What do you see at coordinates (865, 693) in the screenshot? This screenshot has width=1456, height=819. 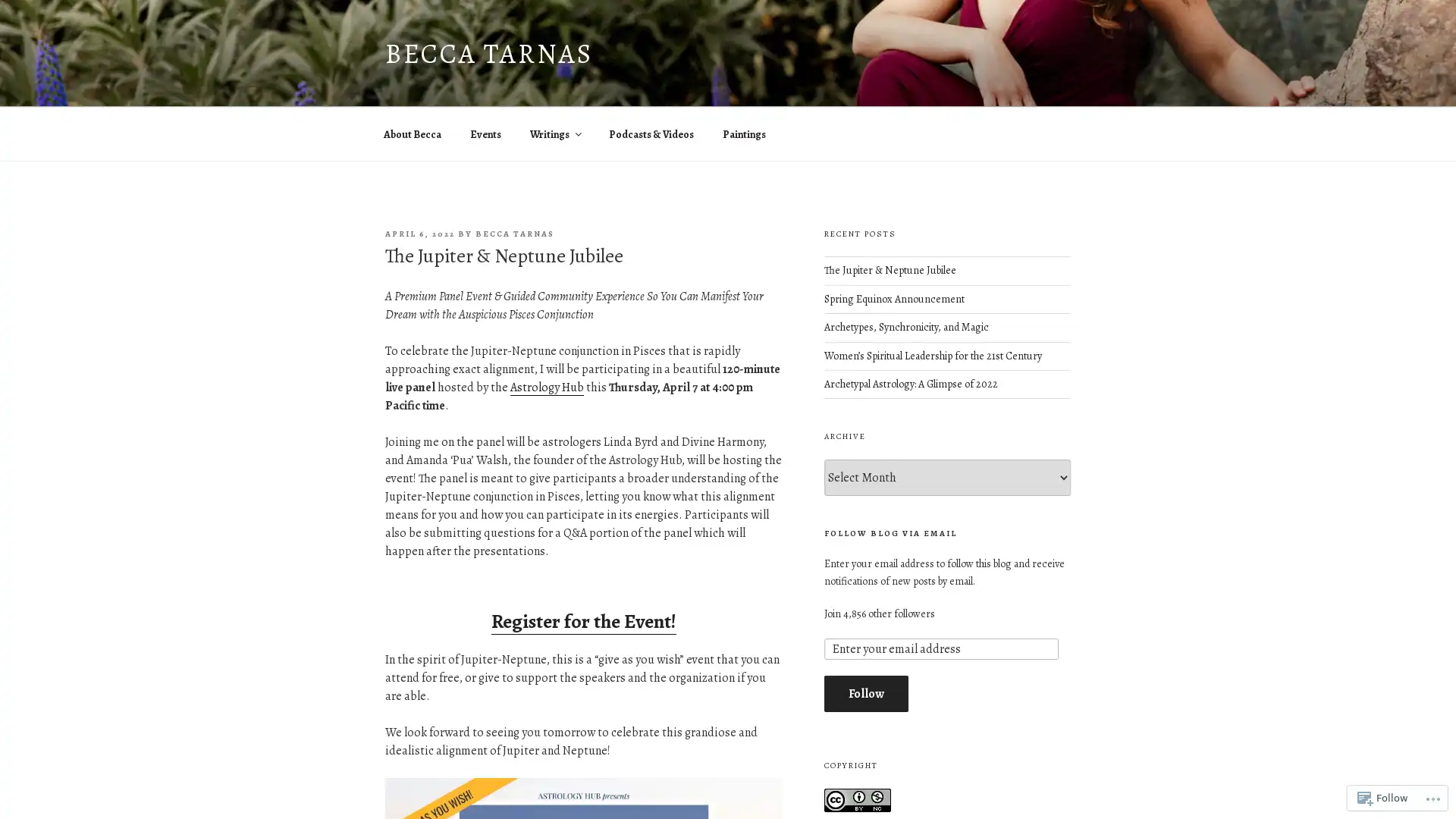 I see `Follow` at bounding box center [865, 693].